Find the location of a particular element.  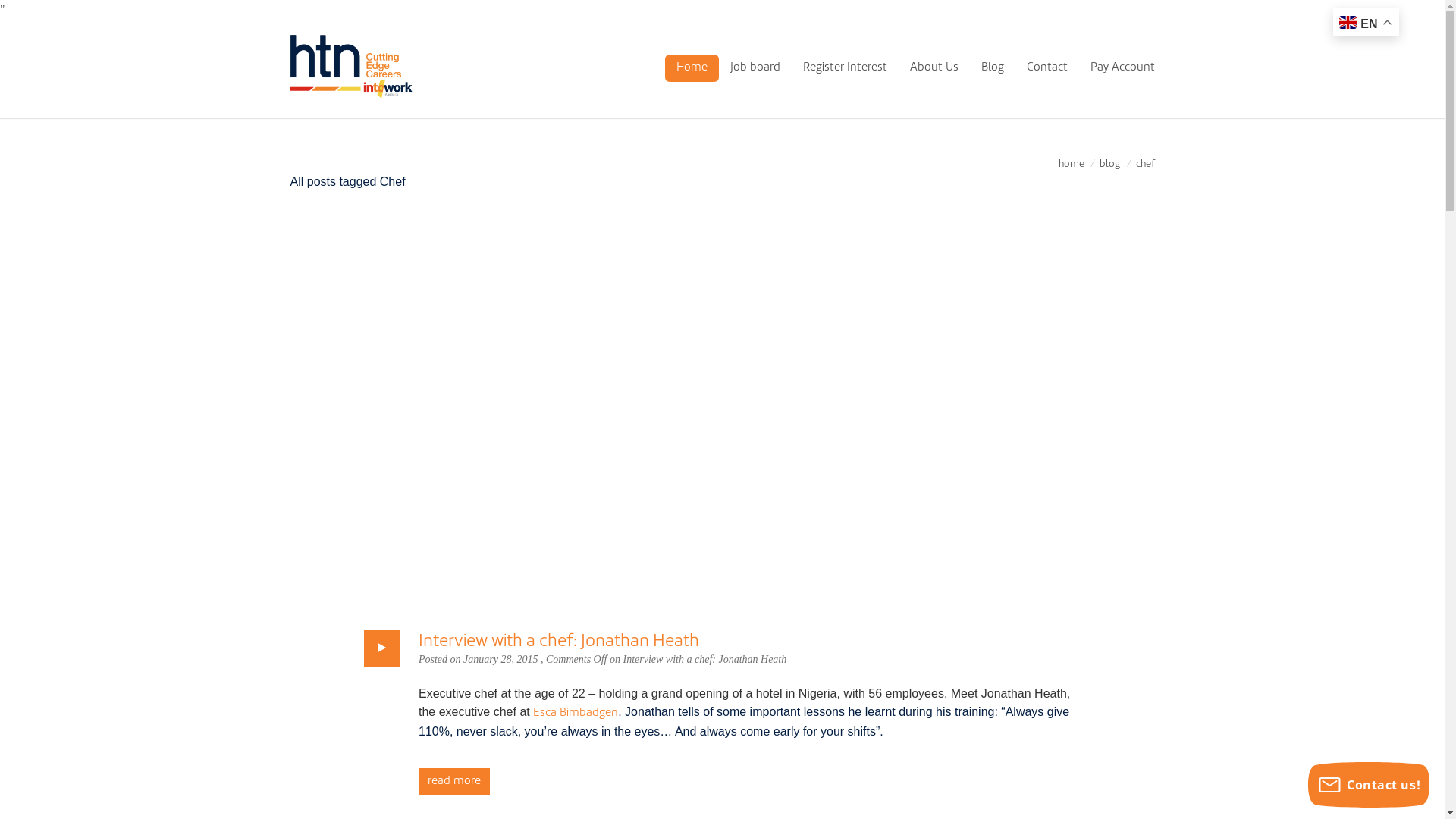

'Job board' is located at coordinates (755, 67).